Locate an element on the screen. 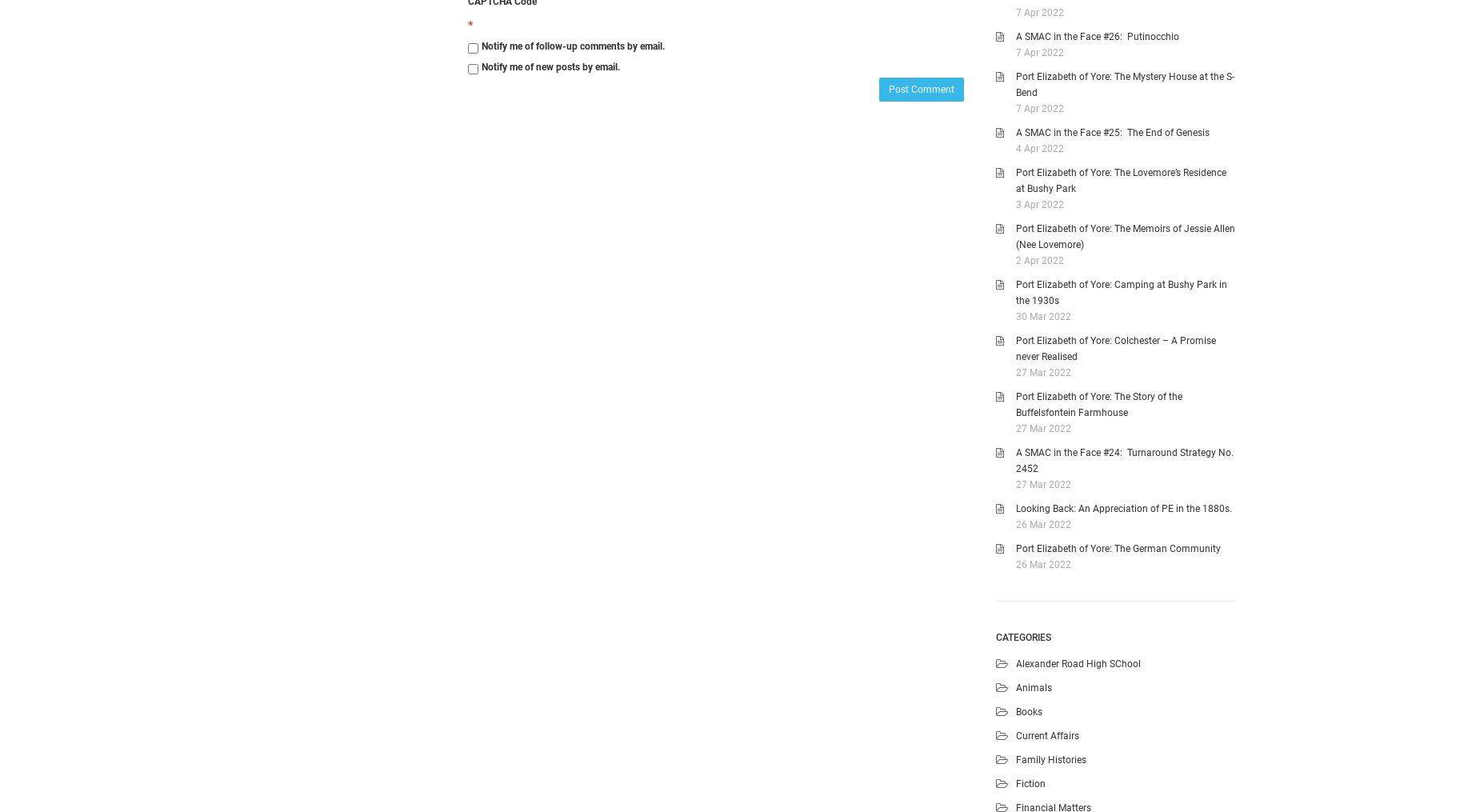  'A SMAC in the Face #25:  The End of Genesis' is located at coordinates (1113, 131).